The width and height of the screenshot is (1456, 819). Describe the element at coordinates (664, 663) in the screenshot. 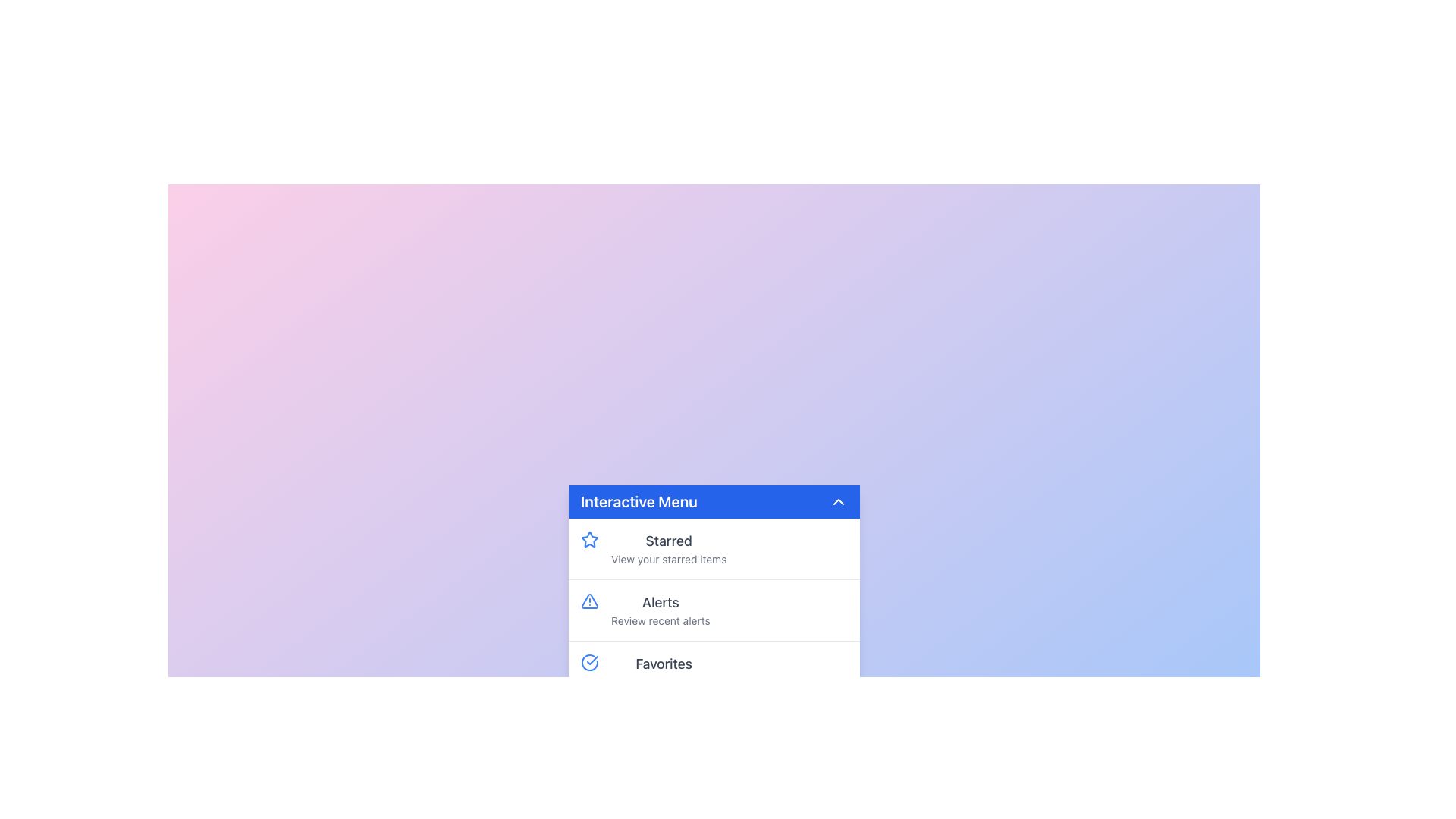

I see `the 'Favorites' static text element within the 'Interactive Menu', which is the third option after 'Starred' and 'Alerts'` at that location.